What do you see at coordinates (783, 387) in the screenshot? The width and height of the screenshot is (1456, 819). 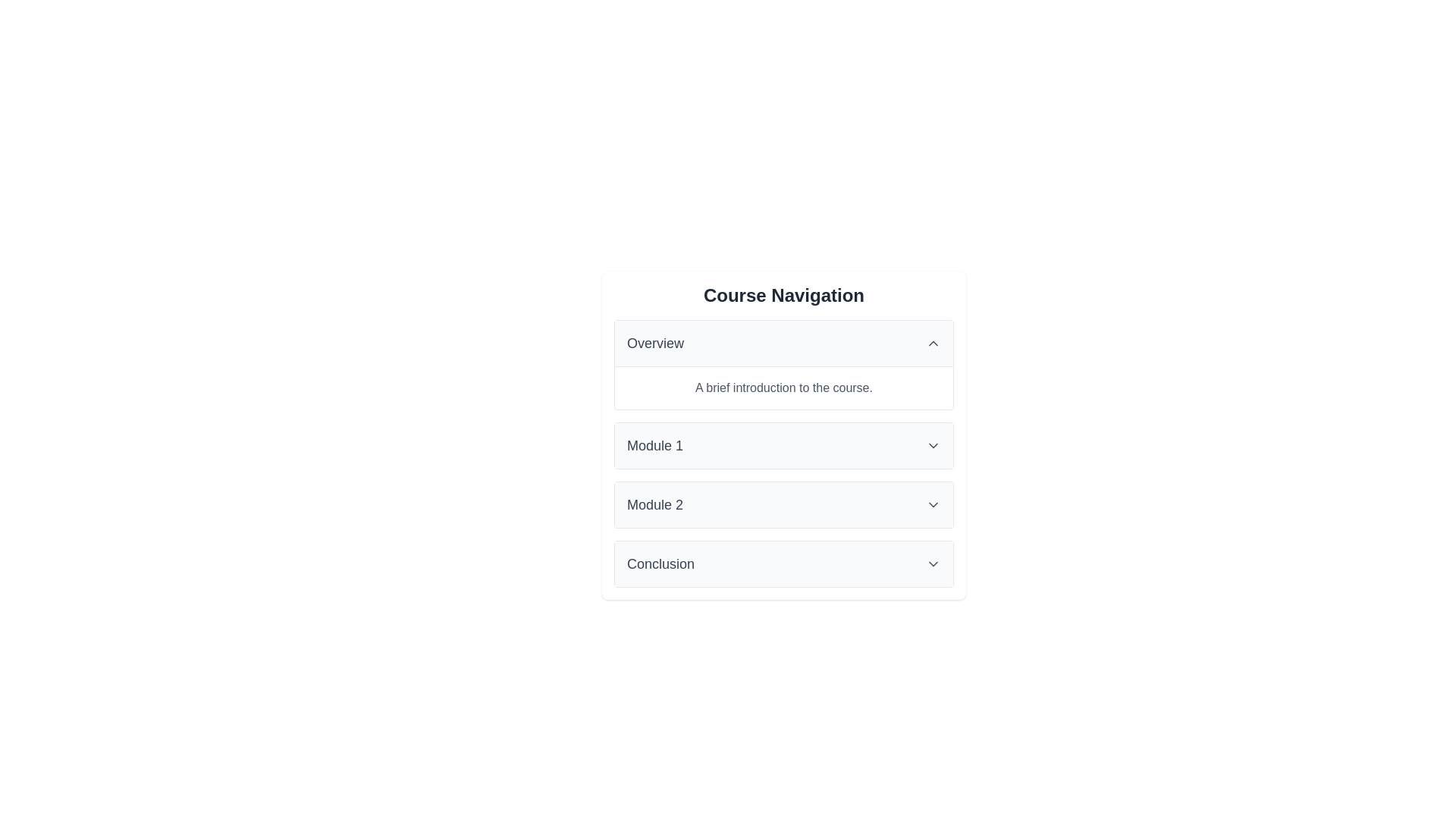 I see `the text block containing 'A brief introduction to the course.' which is styled in gray font and placed below the 'Overview' section` at bounding box center [783, 387].